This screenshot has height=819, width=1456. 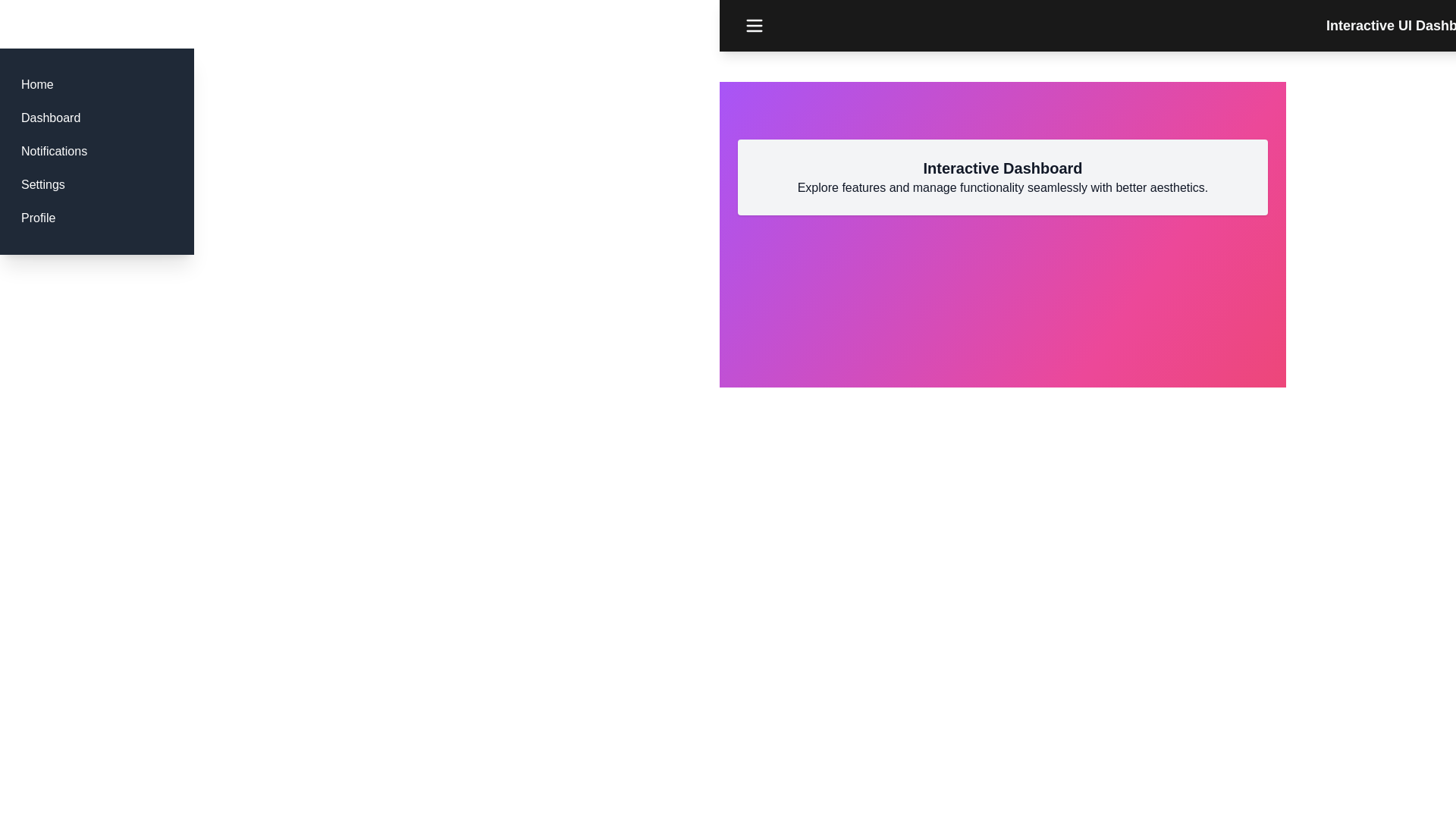 What do you see at coordinates (754, 26) in the screenshot?
I see `the button labeled Menu to observe visual feedback` at bounding box center [754, 26].